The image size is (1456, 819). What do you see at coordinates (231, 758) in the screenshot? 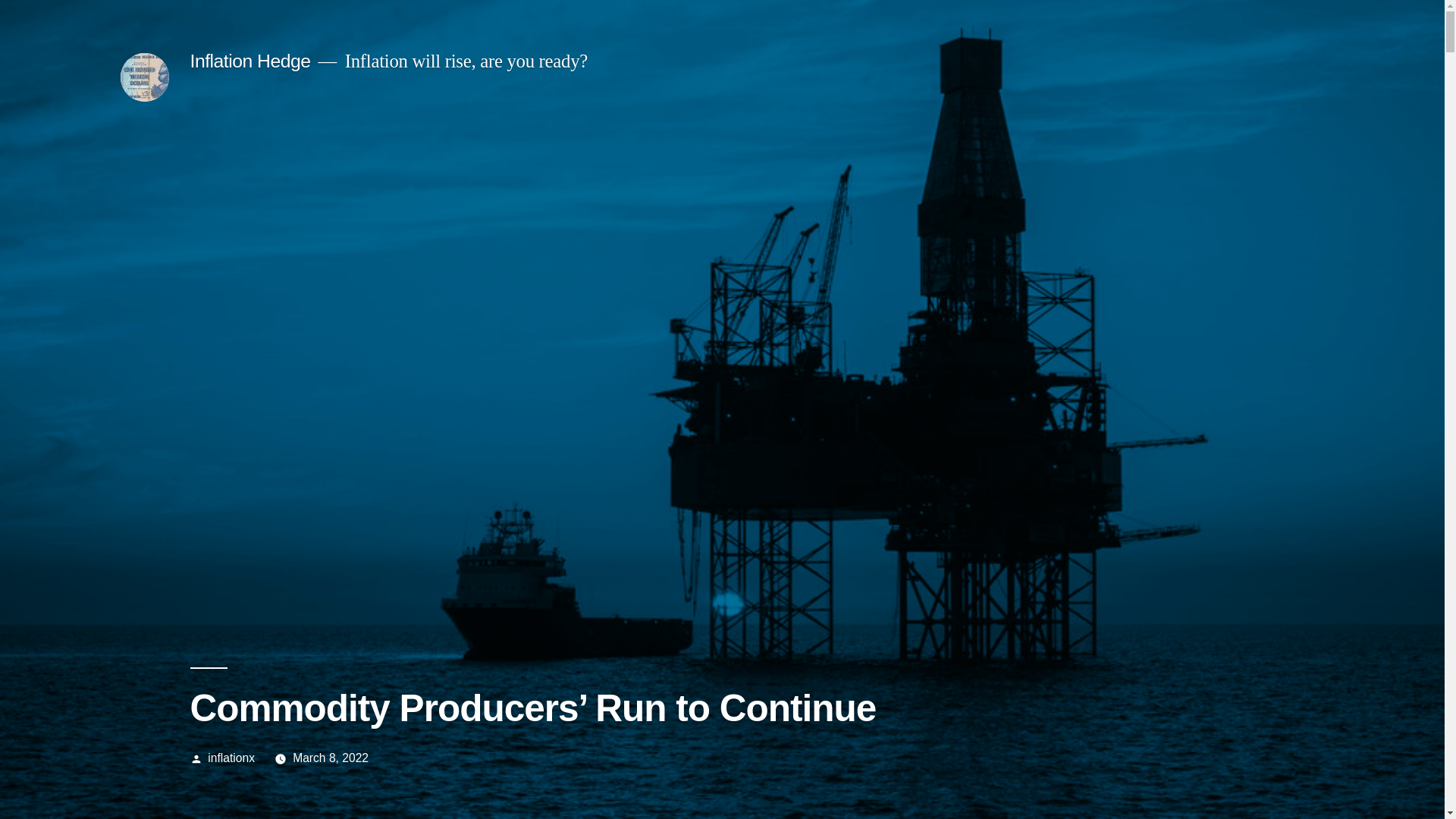
I see `'inflationx'` at bounding box center [231, 758].